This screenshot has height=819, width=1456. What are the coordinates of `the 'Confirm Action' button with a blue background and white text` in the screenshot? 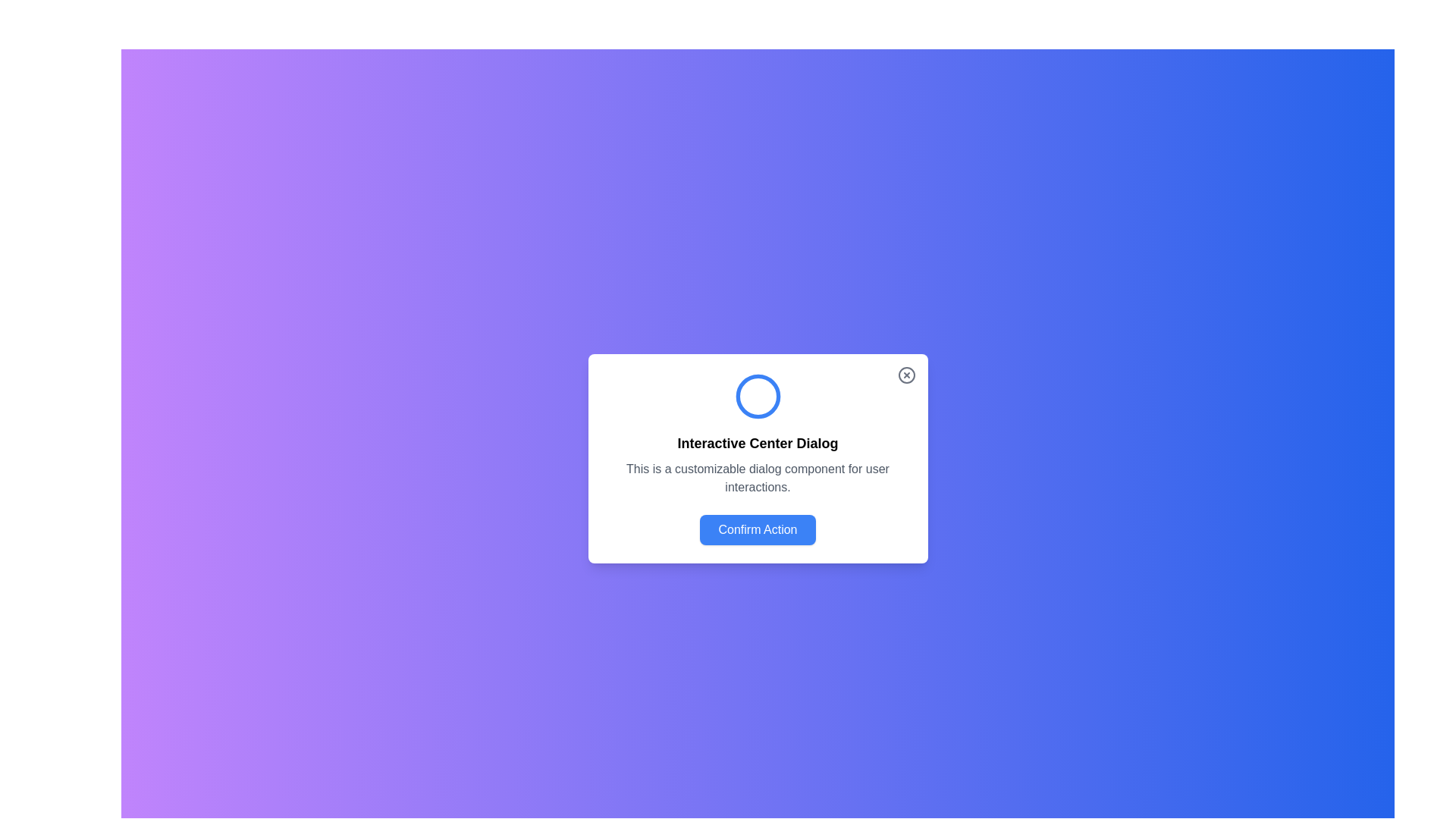 It's located at (758, 529).